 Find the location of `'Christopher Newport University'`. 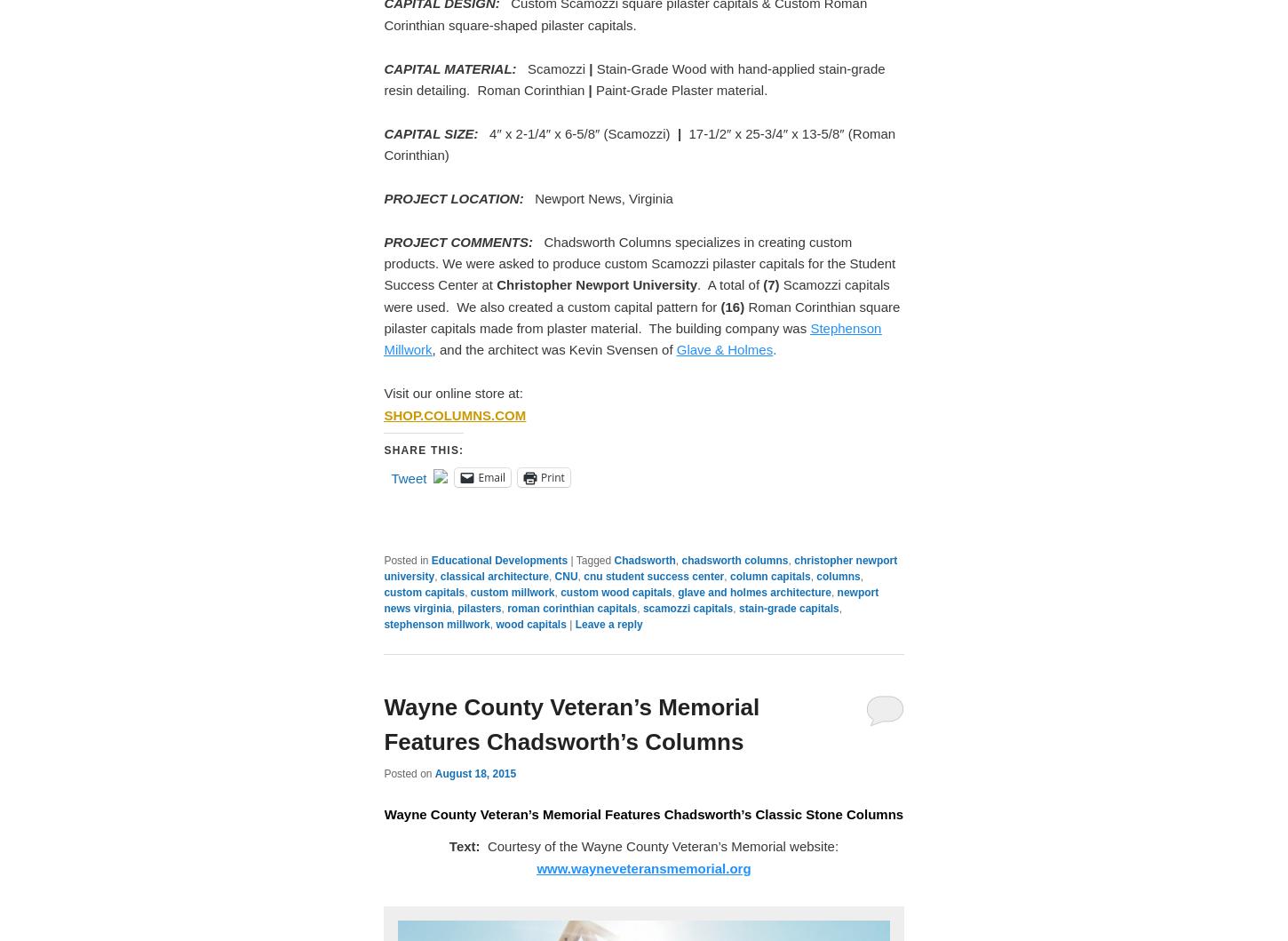

'Christopher Newport University' is located at coordinates (595, 283).